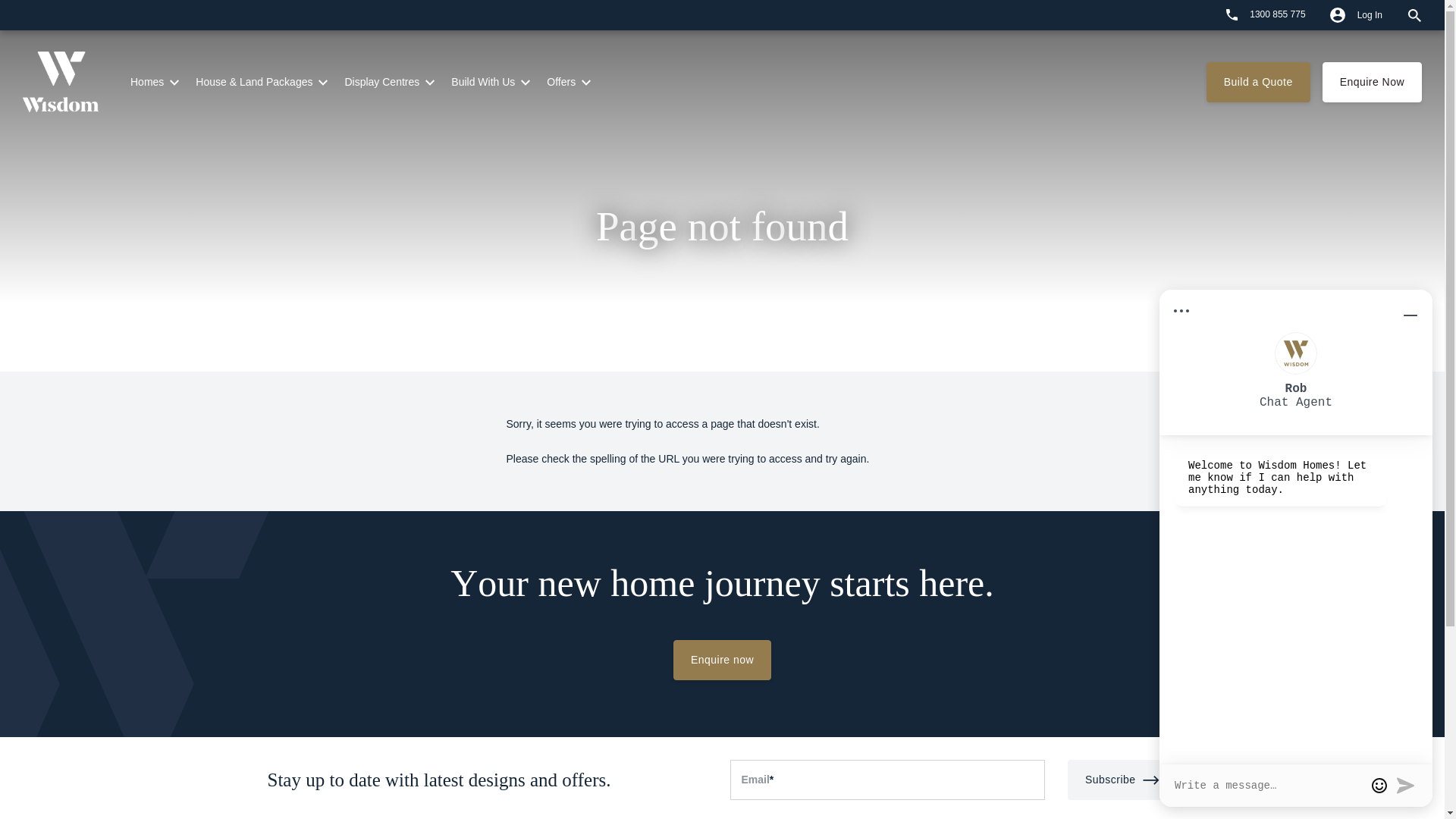 The image size is (1456, 819). Describe the element at coordinates (146, 82) in the screenshot. I see `'Homes'` at that location.